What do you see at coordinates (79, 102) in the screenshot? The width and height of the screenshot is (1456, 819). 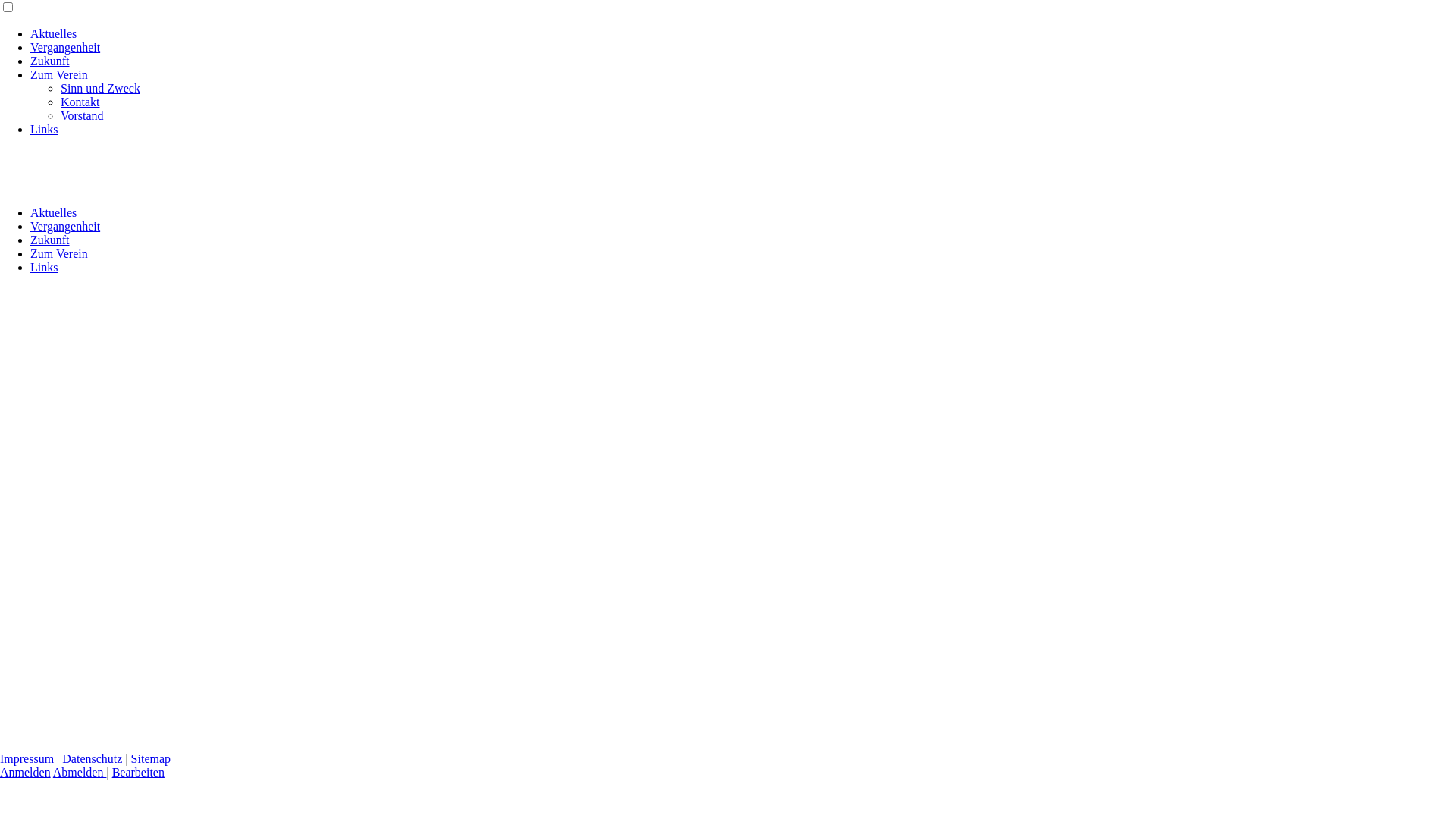 I see `'Kontakt'` at bounding box center [79, 102].